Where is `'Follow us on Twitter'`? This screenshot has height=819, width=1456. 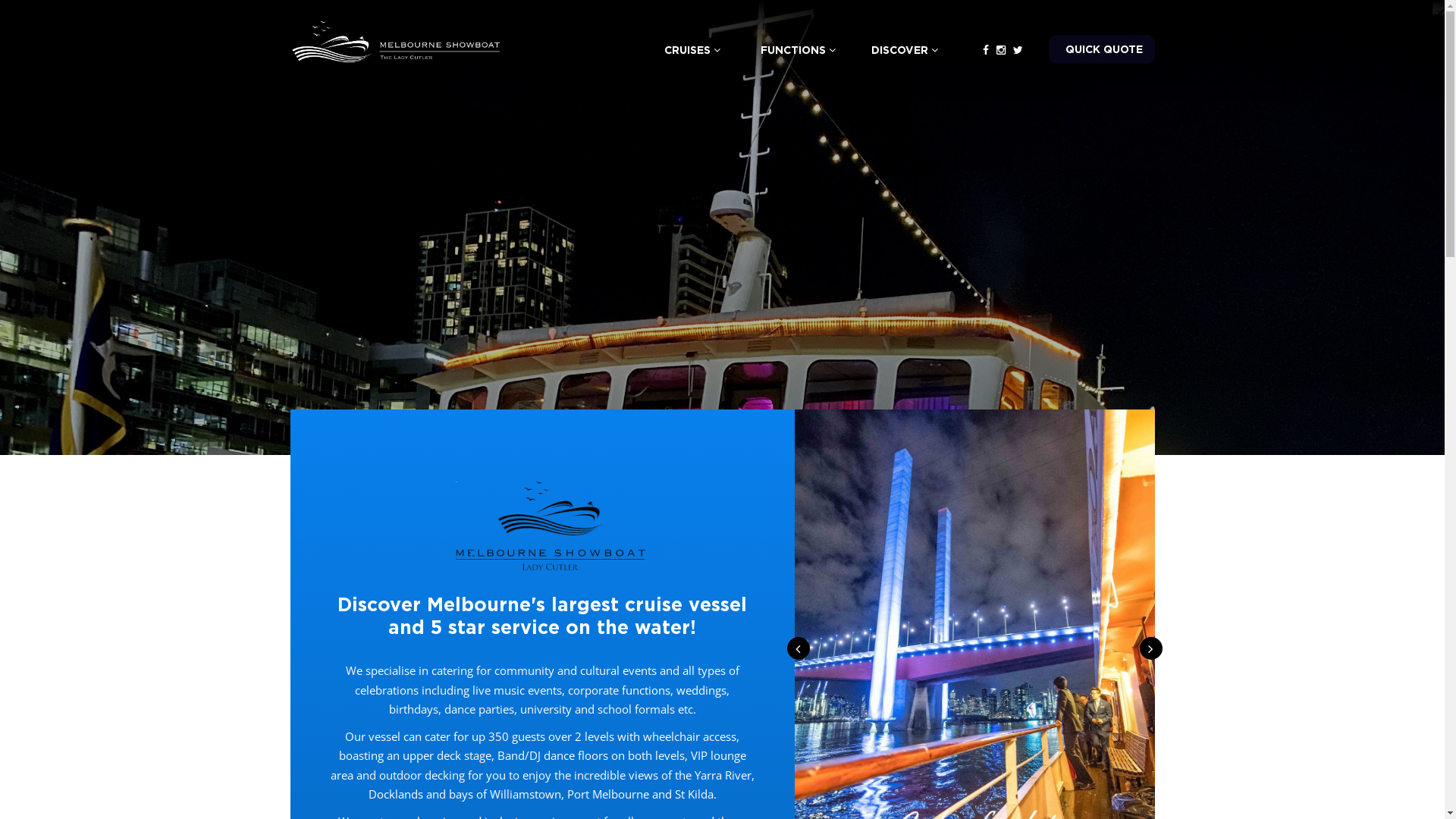
'Follow us on Twitter' is located at coordinates (1018, 49).